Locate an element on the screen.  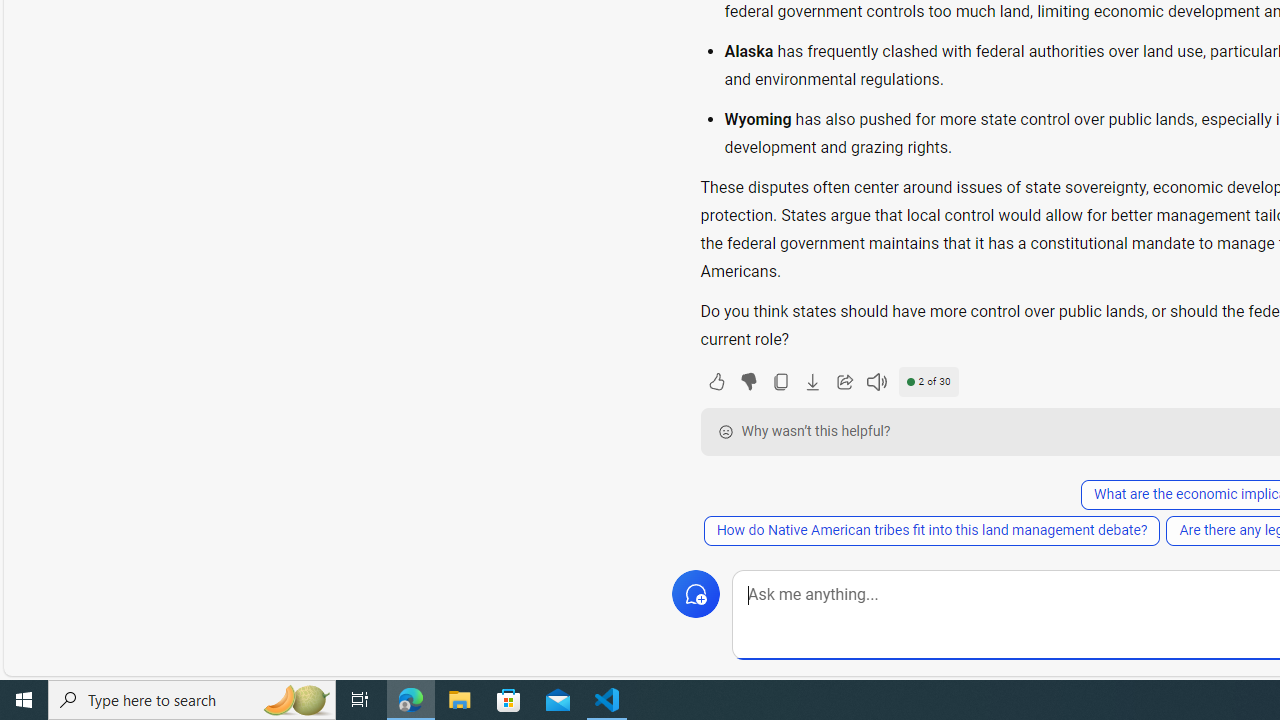
'Share' is located at coordinates (844, 381).